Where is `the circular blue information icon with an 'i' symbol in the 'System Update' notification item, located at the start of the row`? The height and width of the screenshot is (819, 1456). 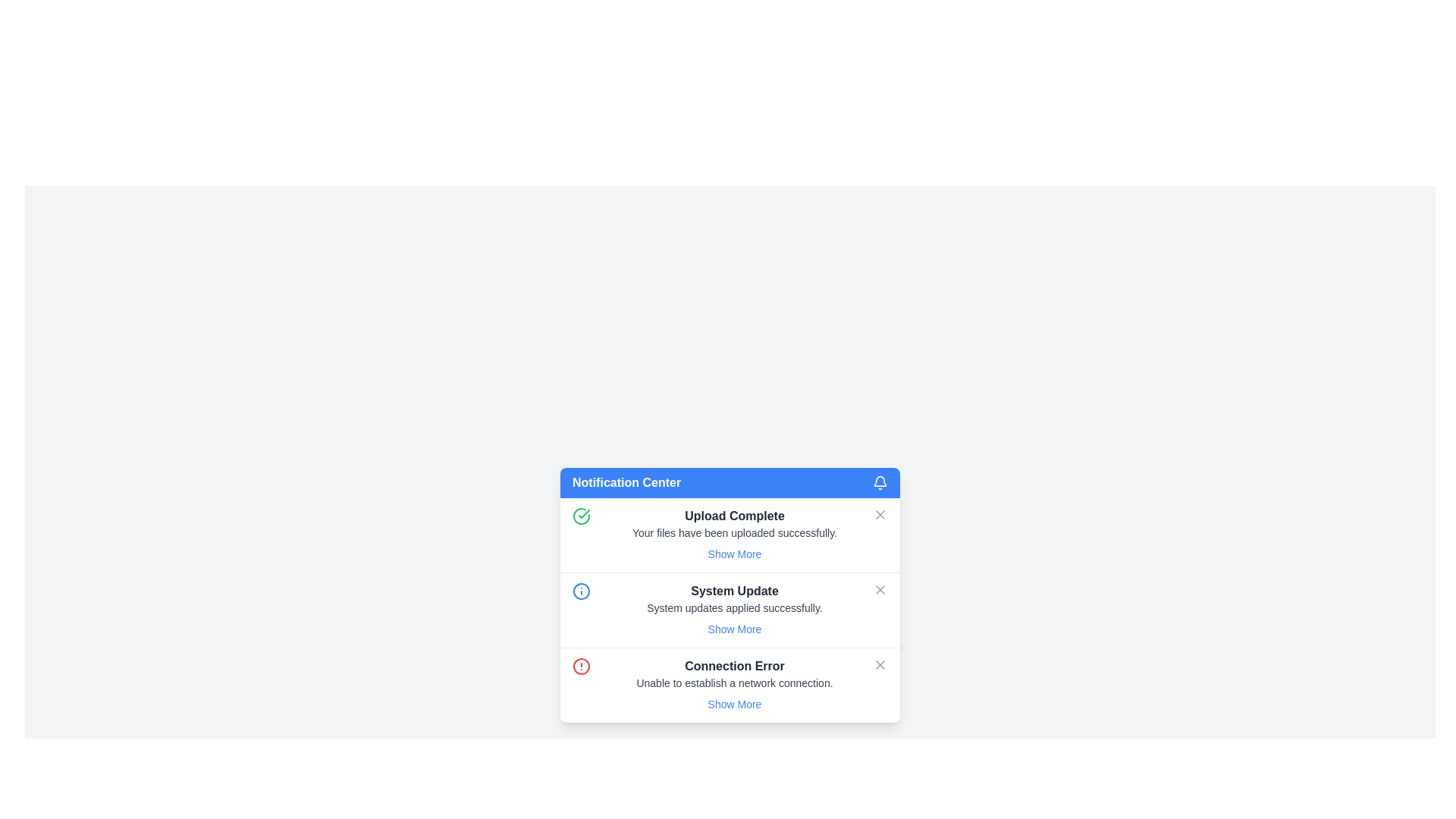
the circular blue information icon with an 'i' symbol in the 'System Update' notification item, located at the start of the row is located at coordinates (581, 590).